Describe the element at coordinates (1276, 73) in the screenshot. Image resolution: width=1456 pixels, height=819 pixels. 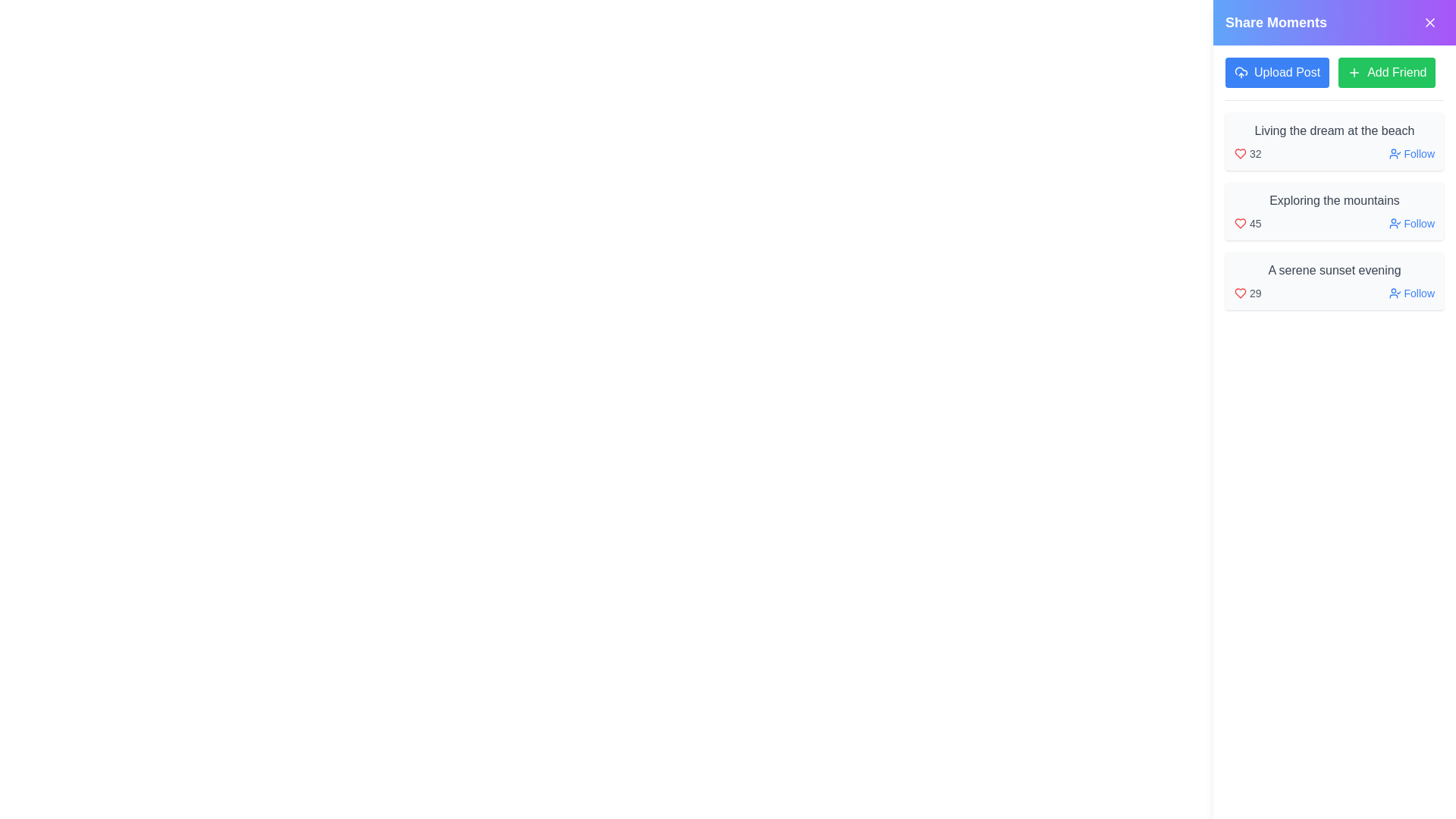
I see `the button located to the left of the green 'Add Friend' button in the 'Share Moments' section to initiate the process of uploading a new post` at that location.